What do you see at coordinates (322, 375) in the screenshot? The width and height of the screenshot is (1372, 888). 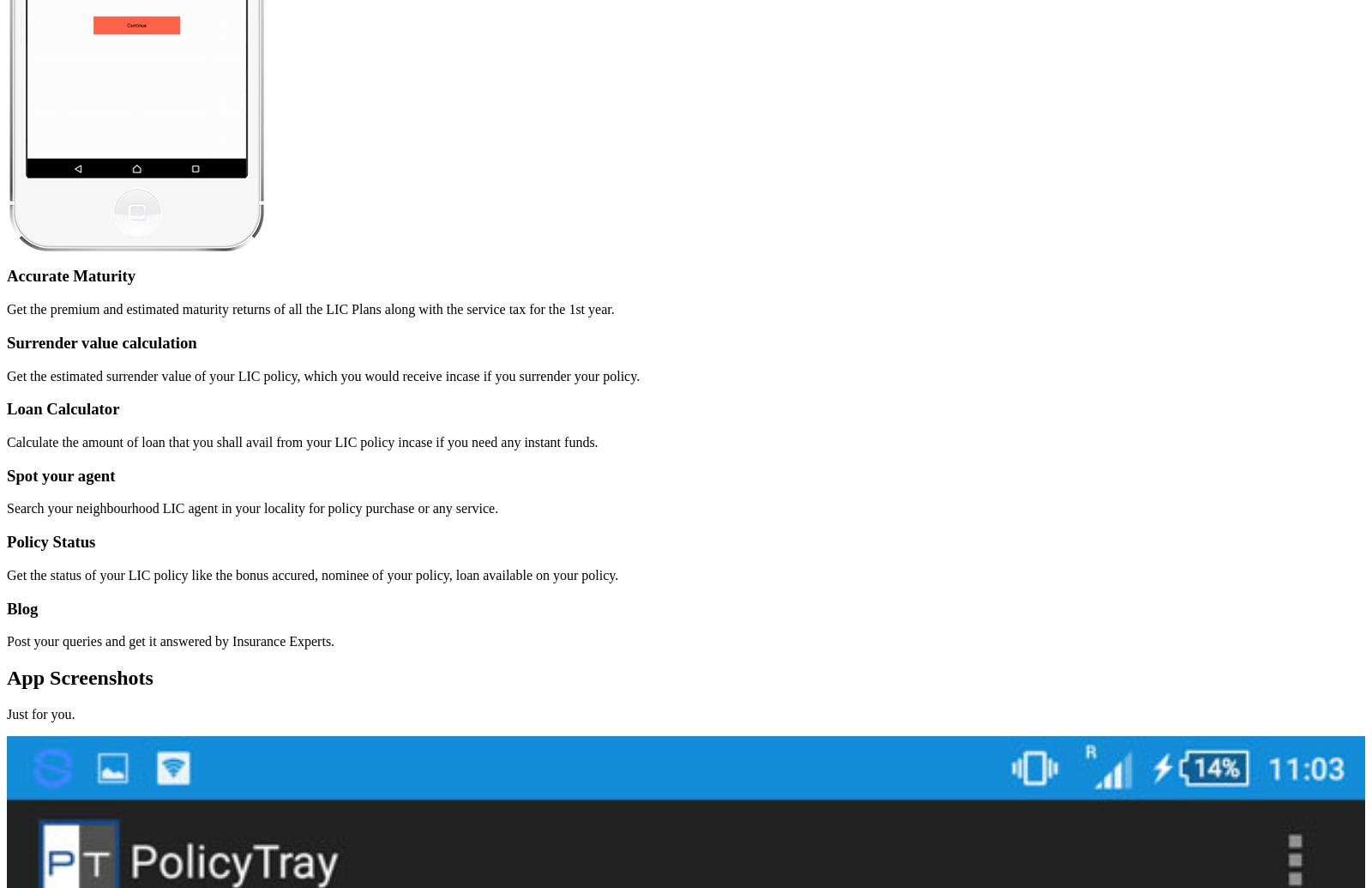 I see `'Get the estimated surrender value of your LIC policy, which you would receive incase if you surrender your policy.'` at bounding box center [322, 375].